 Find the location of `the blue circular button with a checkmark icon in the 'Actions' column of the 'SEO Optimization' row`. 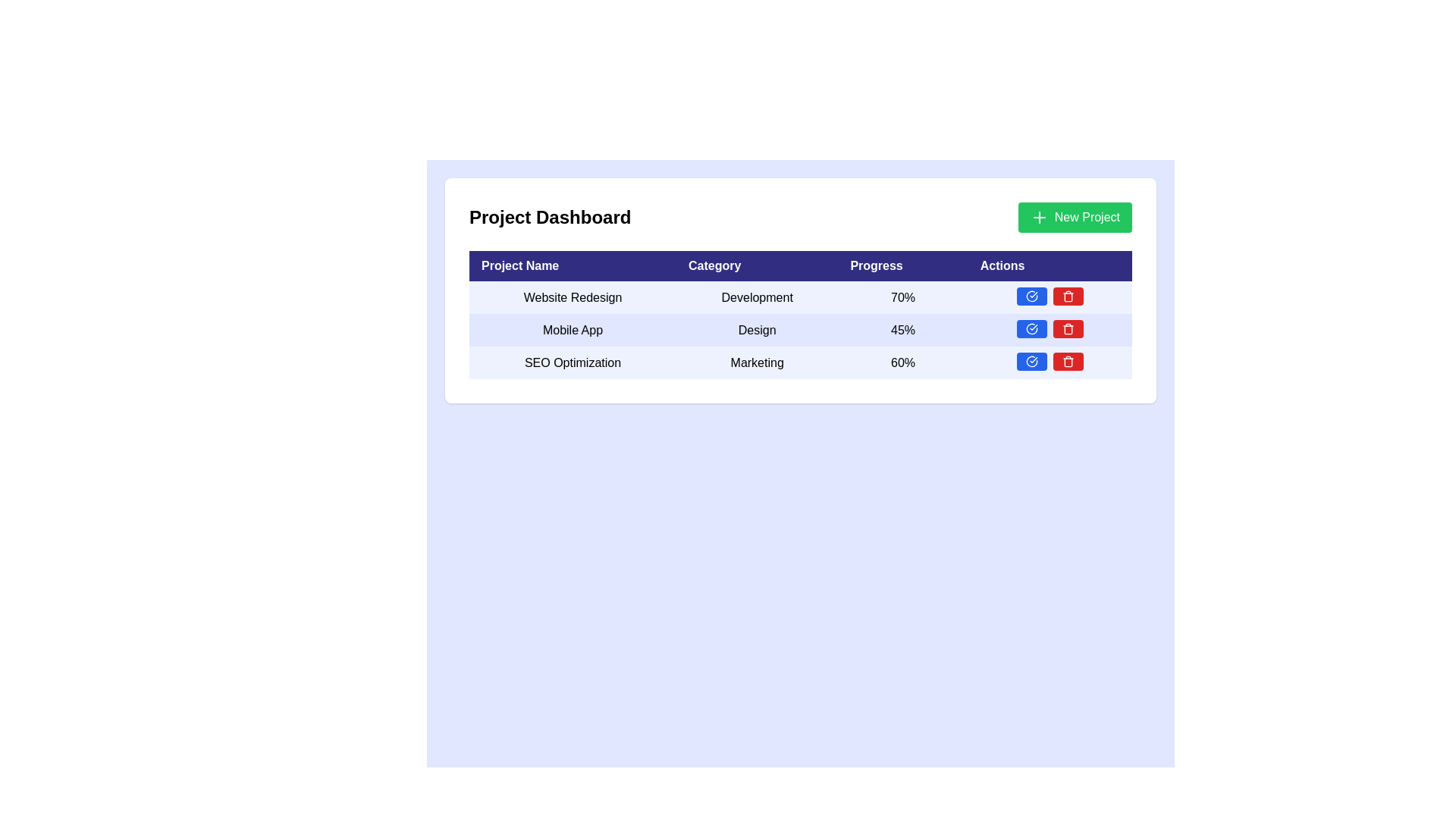

the blue circular button with a checkmark icon in the 'Actions' column of the 'SEO Optimization' row is located at coordinates (1031, 362).